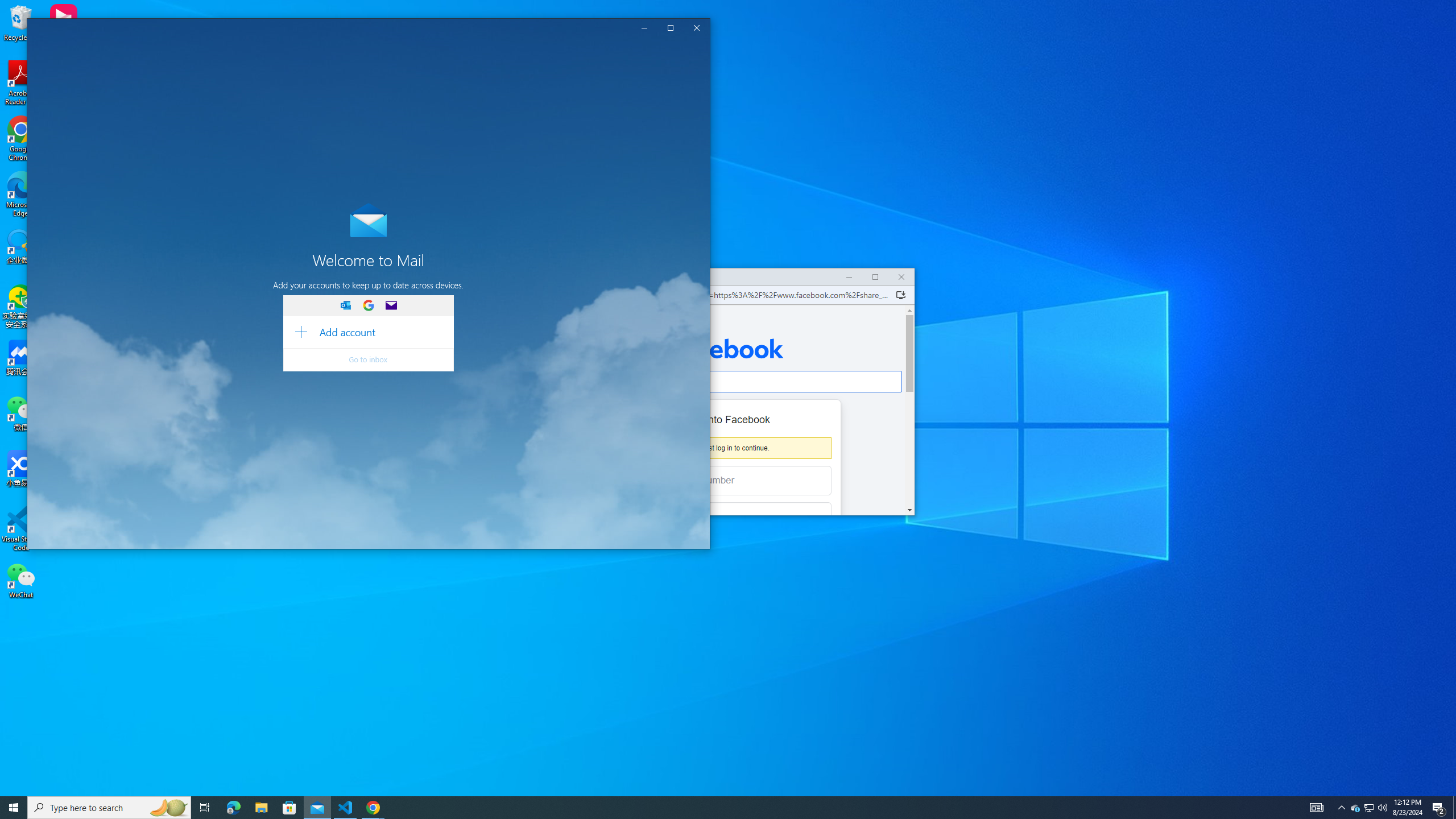 This screenshot has height=819, width=1456. What do you see at coordinates (1368, 806) in the screenshot?
I see `'User Promoted Notification Area'` at bounding box center [1368, 806].